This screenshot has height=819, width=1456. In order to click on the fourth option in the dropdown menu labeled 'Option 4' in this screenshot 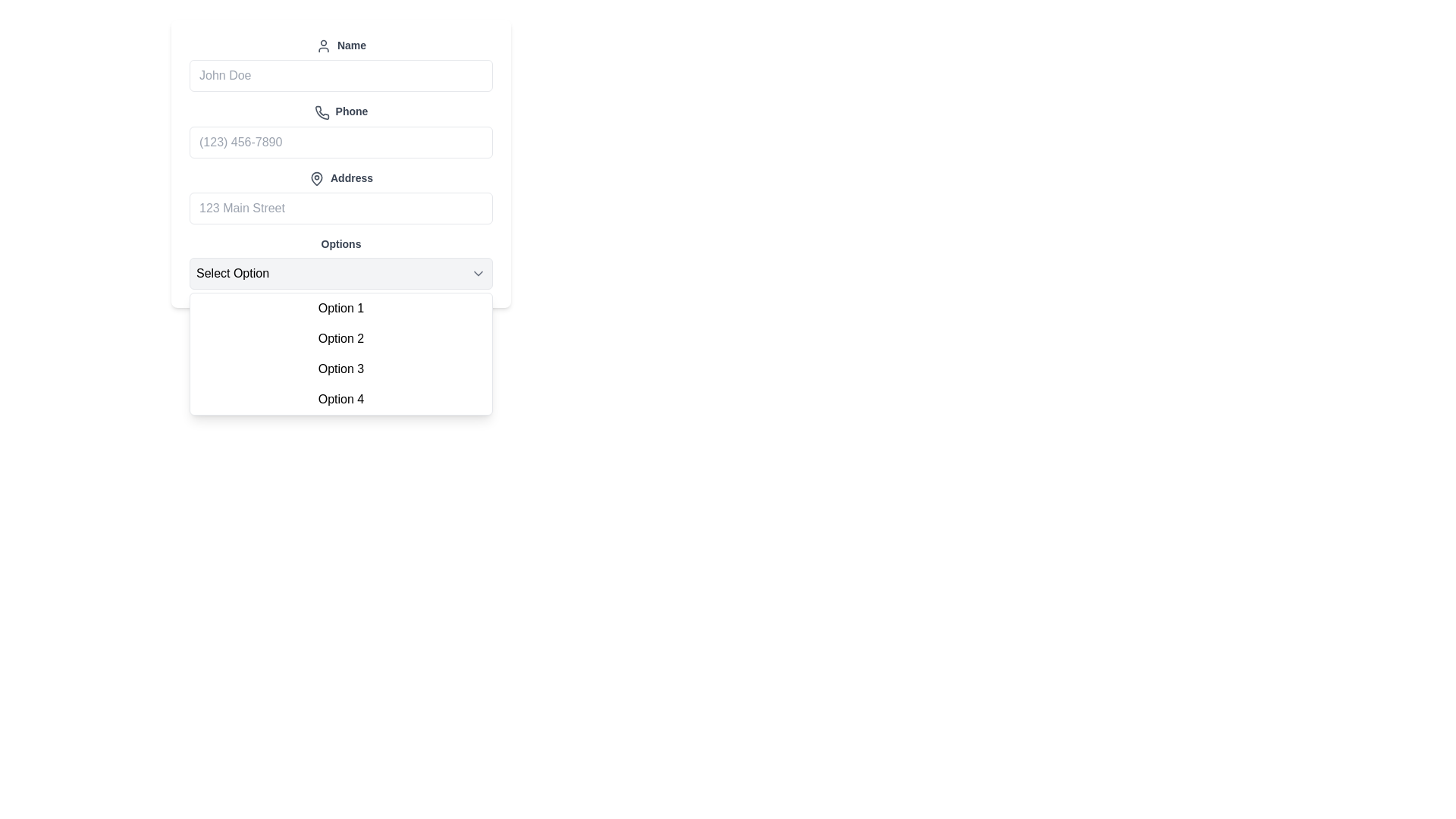, I will do `click(340, 397)`.